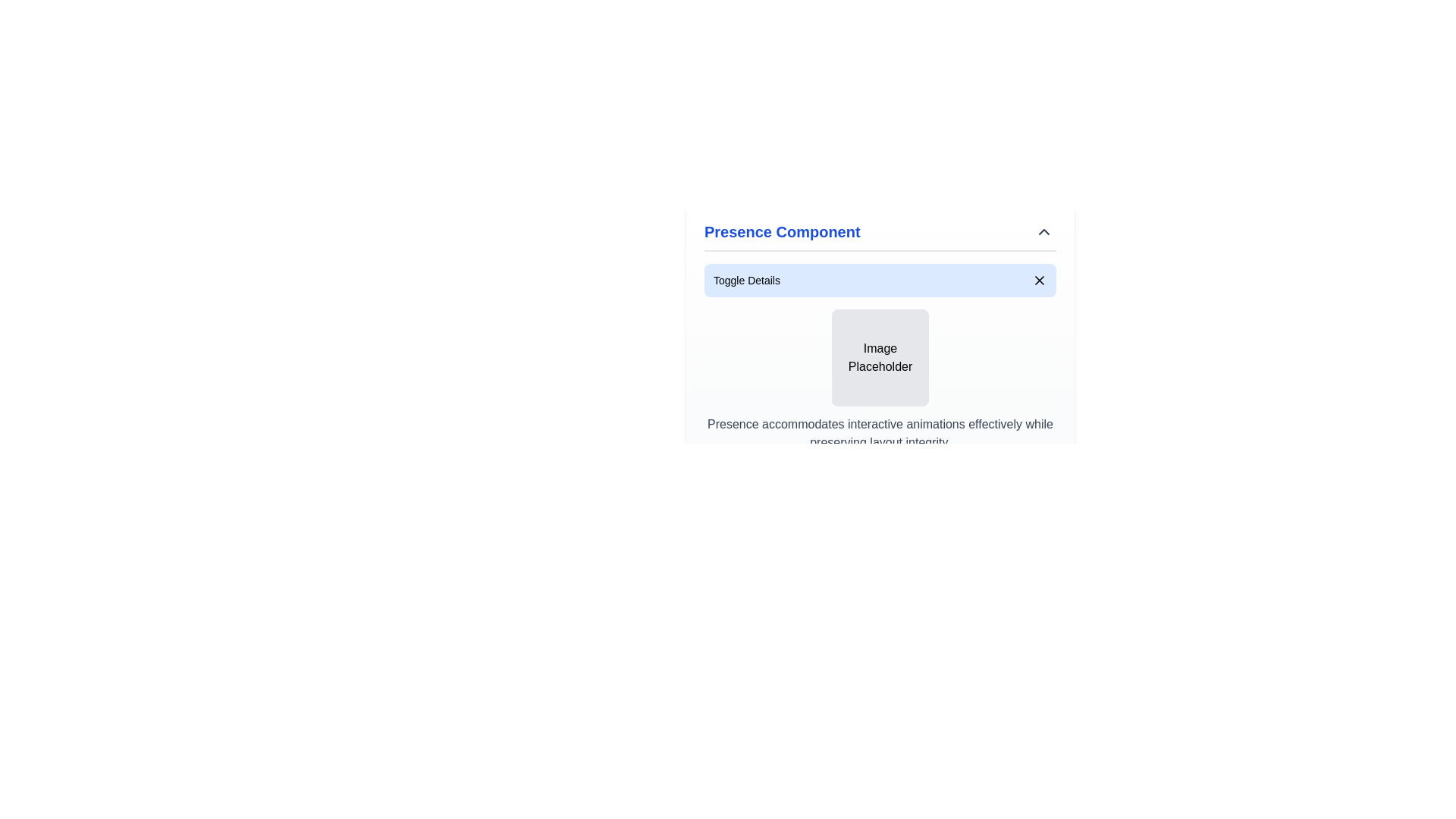 The height and width of the screenshot is (819, 1456). I want to click on text block displaying the phrase: 'Presence accommodates interactive animations effectively while preserving layout integrity.' which is styled with centered alignment and gray text color, positioned below a placeholder image, so click(880, 433).